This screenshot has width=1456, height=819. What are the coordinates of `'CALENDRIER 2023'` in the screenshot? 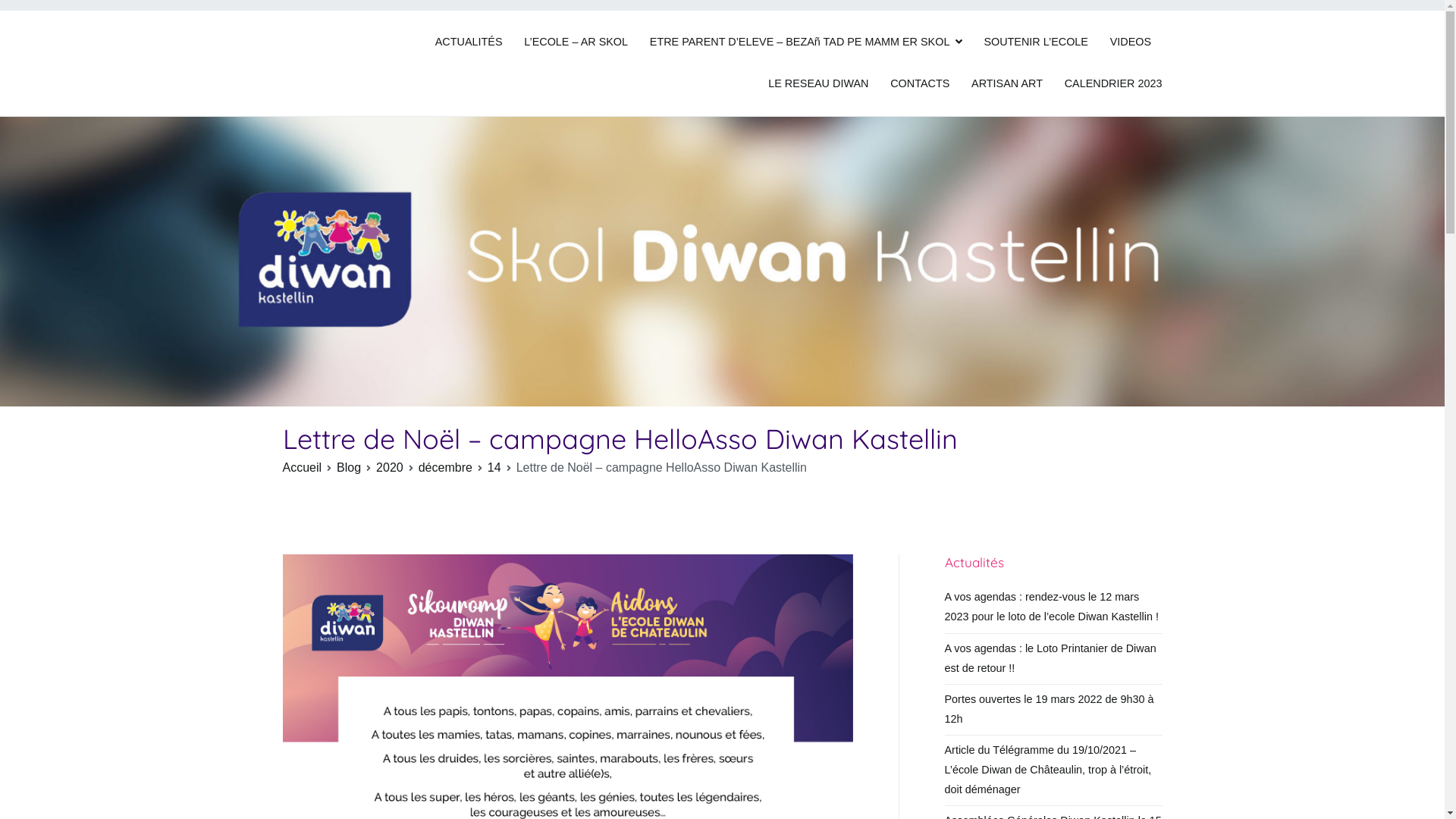 It's located at (1063, 84).